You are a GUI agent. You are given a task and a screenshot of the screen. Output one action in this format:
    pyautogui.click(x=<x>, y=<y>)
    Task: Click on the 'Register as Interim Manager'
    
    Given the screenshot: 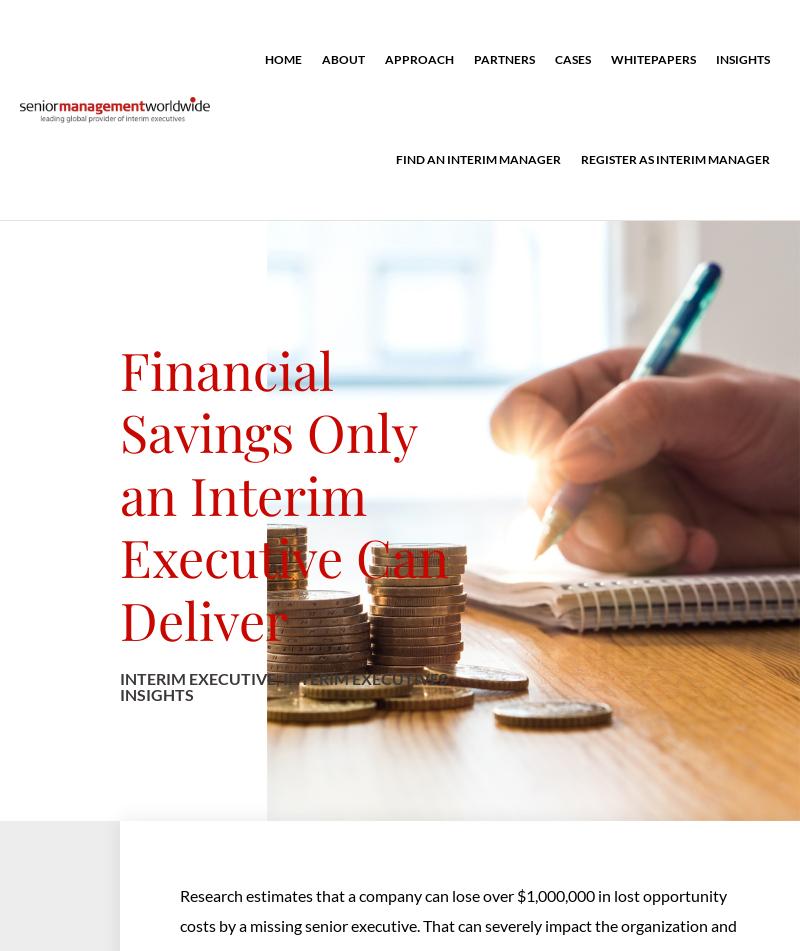 What is the action you would take?
    pyautogui.click(x=675, y=159)
    